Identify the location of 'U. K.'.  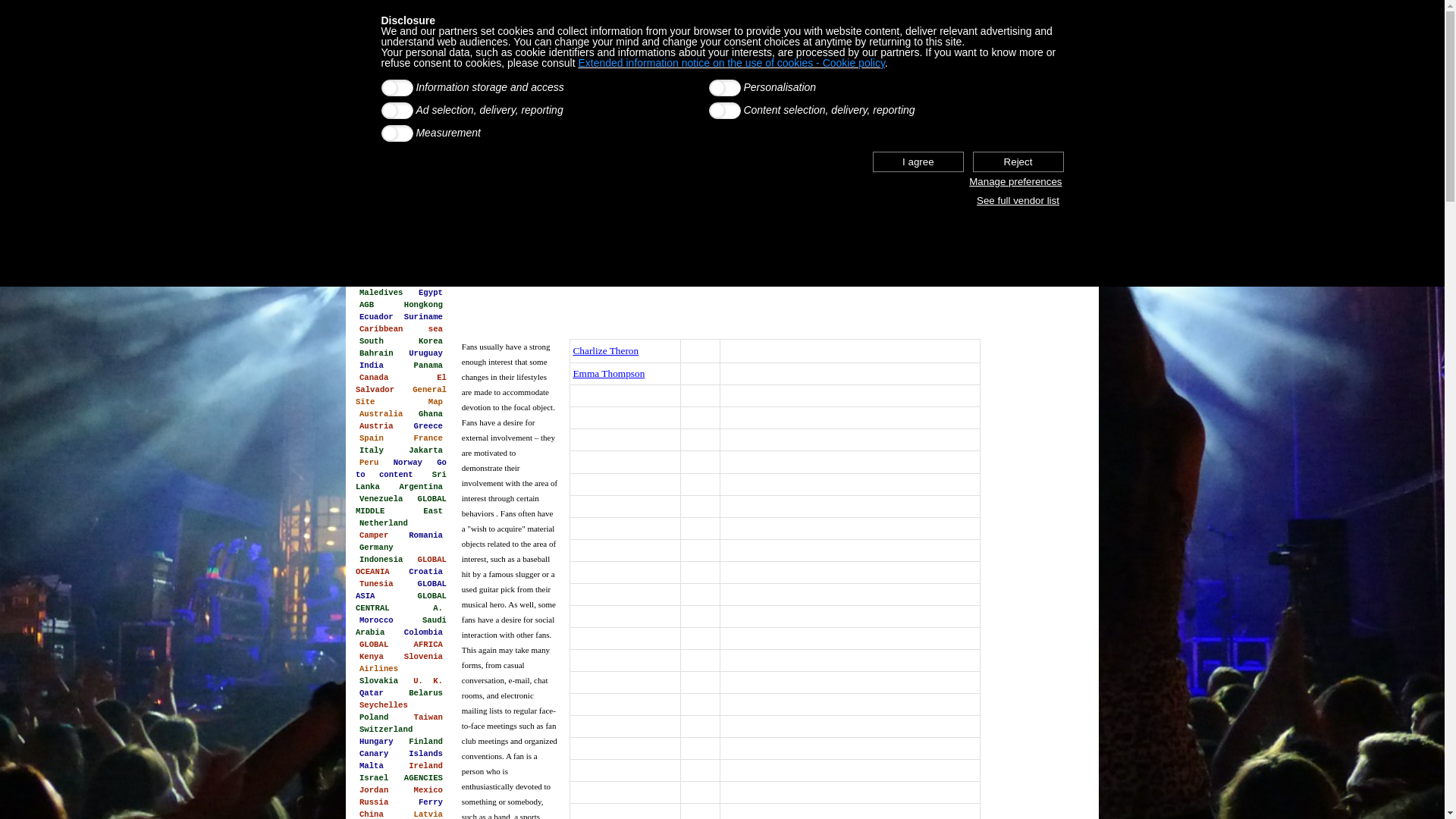
(427, 680).